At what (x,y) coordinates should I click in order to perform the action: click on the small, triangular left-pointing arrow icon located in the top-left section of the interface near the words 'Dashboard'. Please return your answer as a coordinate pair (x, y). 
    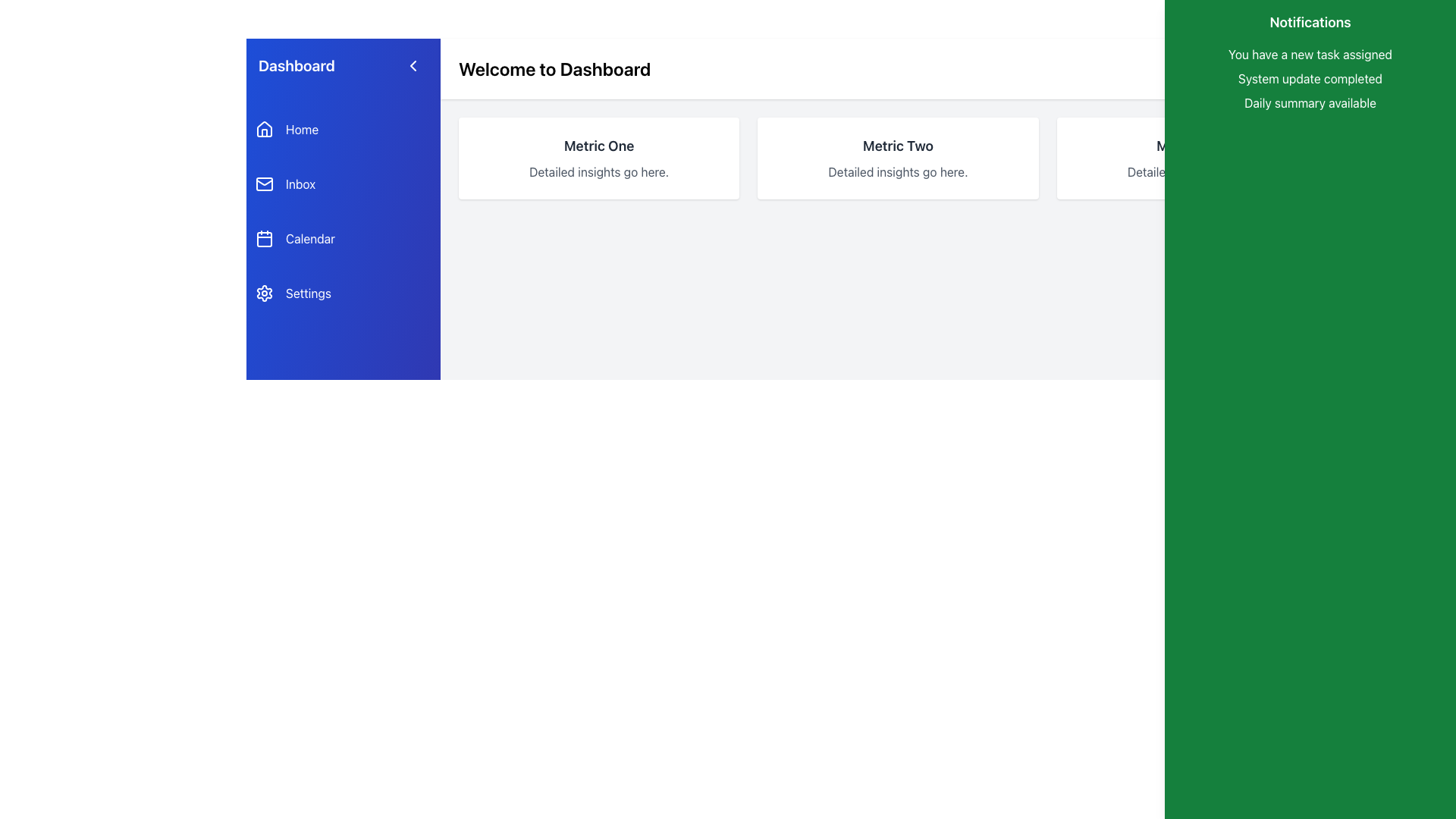
    Looking at the image, I should click on (413, 65).